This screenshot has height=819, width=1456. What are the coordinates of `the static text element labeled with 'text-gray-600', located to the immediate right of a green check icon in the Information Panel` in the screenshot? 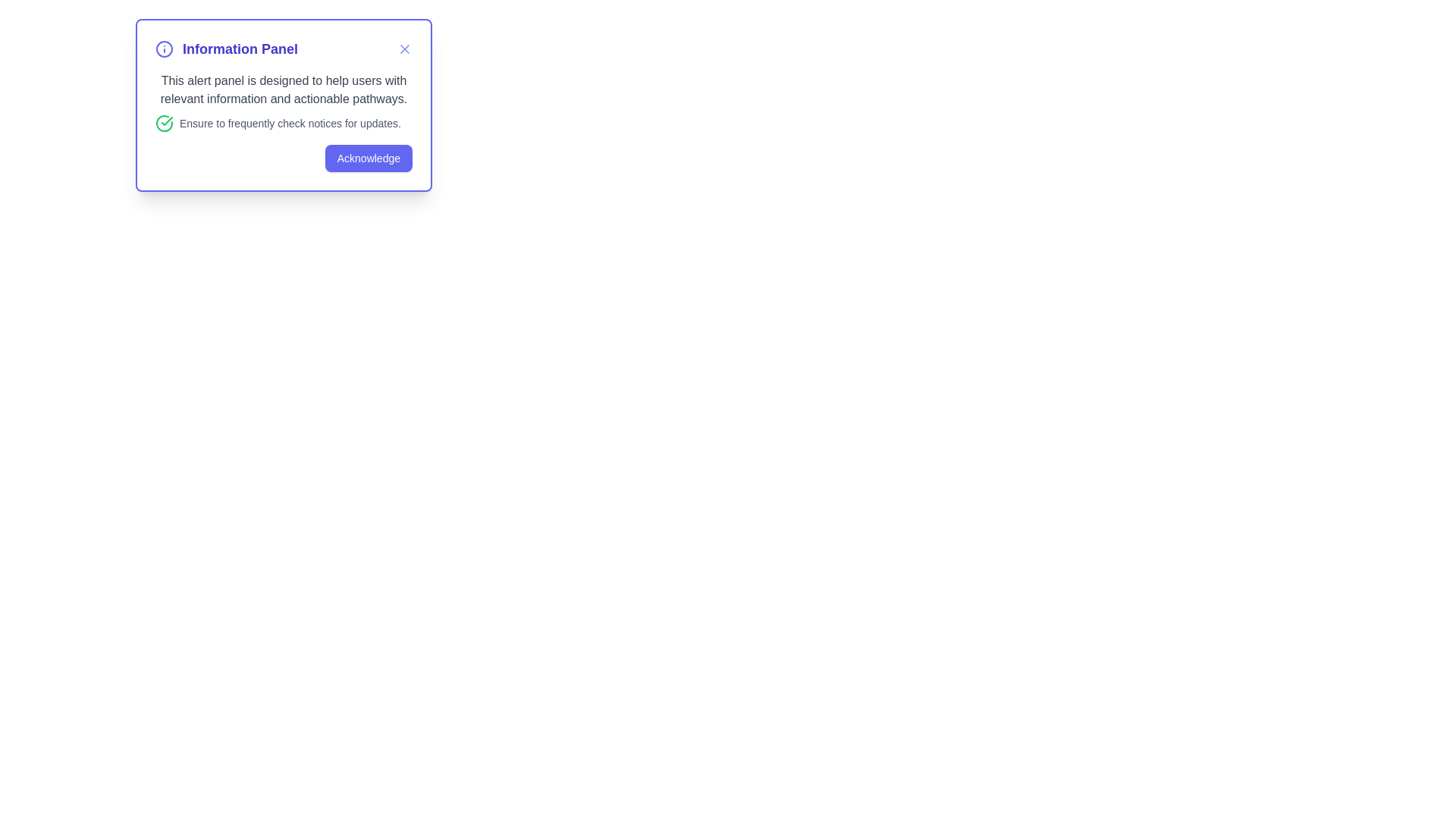 It's located at (290, 122).